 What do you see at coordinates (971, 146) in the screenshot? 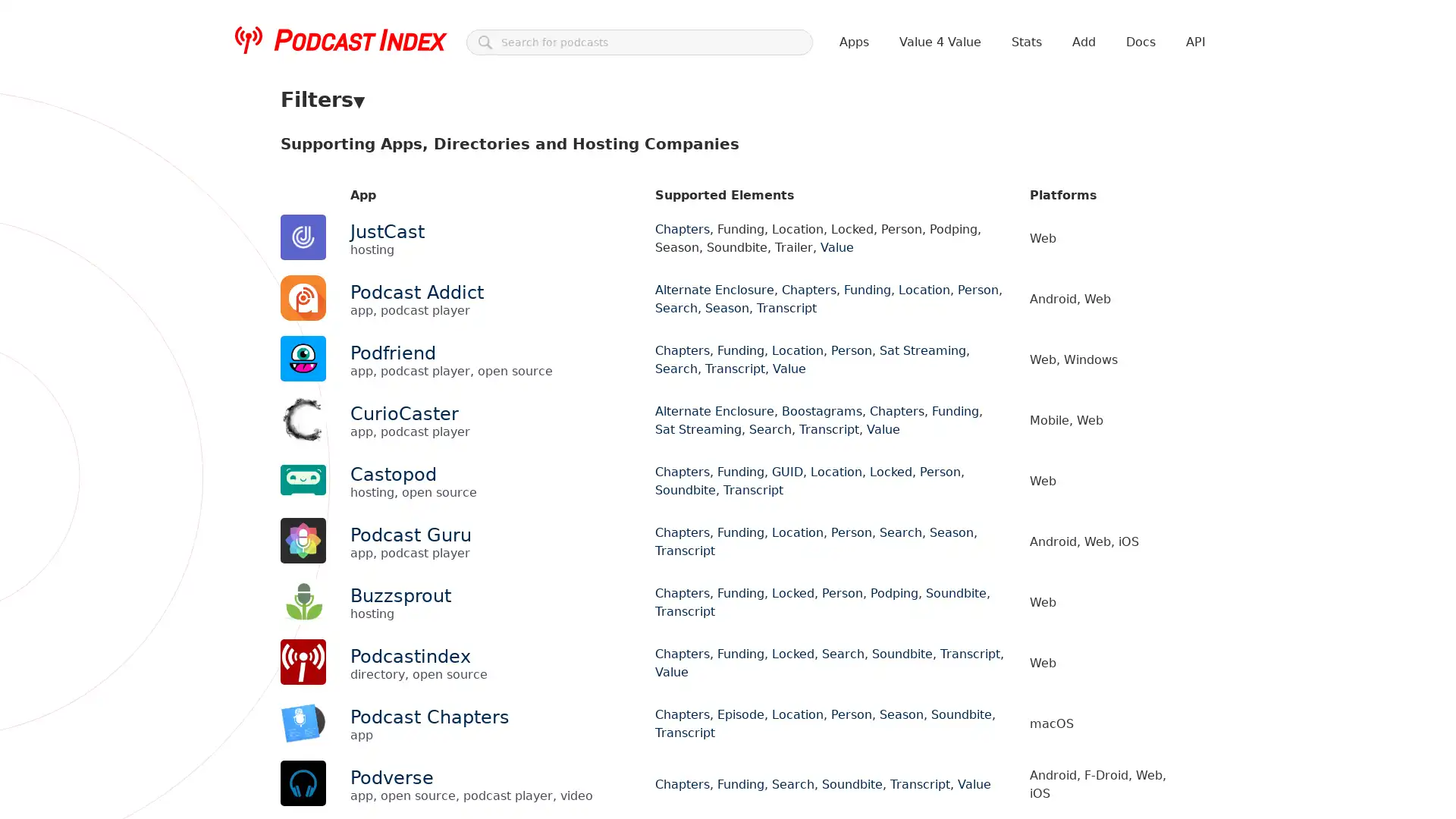
I see `Podcasting Player` at bounding box center [971, 146].